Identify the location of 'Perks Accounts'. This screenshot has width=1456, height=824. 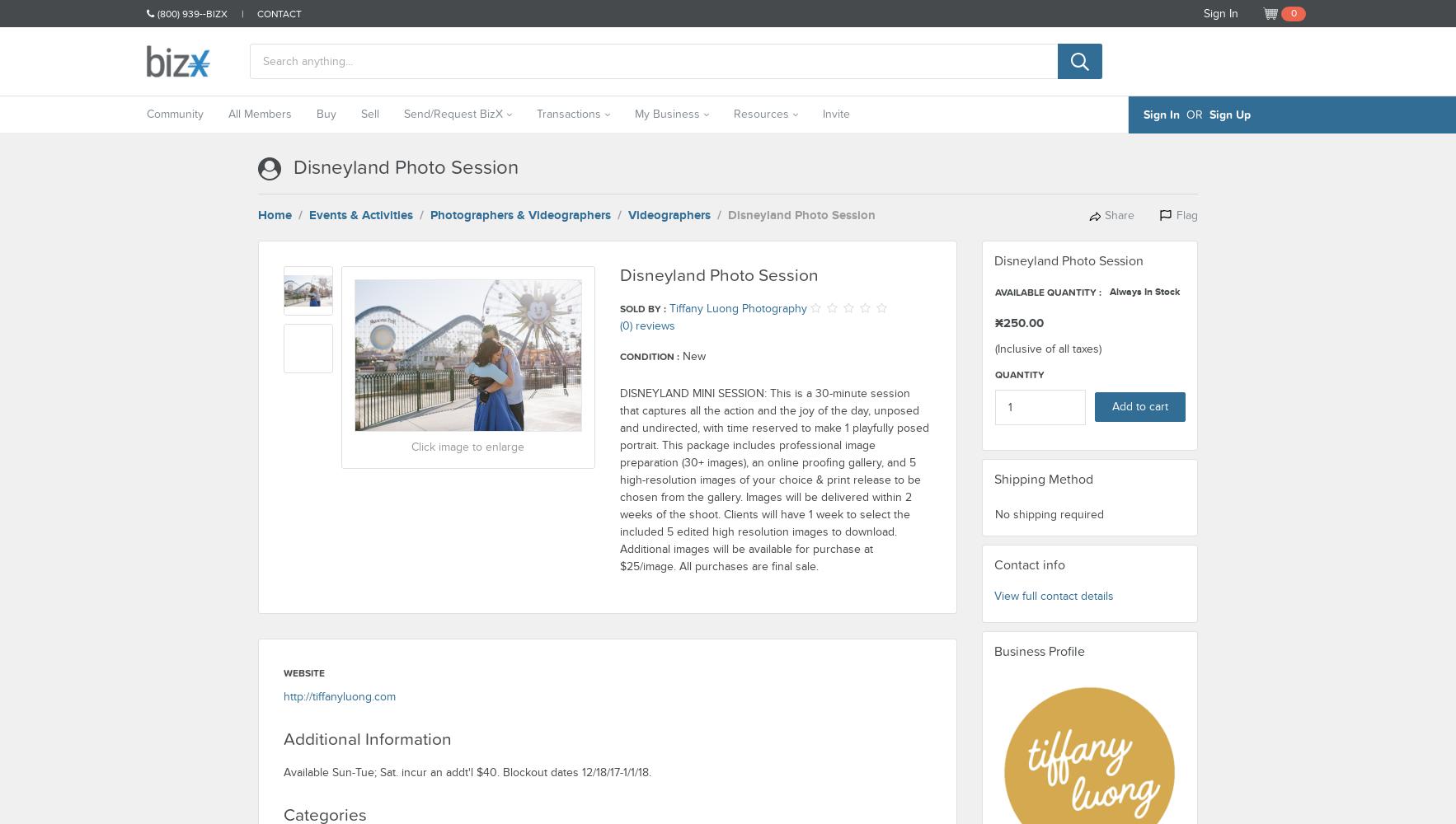
(464, 227).